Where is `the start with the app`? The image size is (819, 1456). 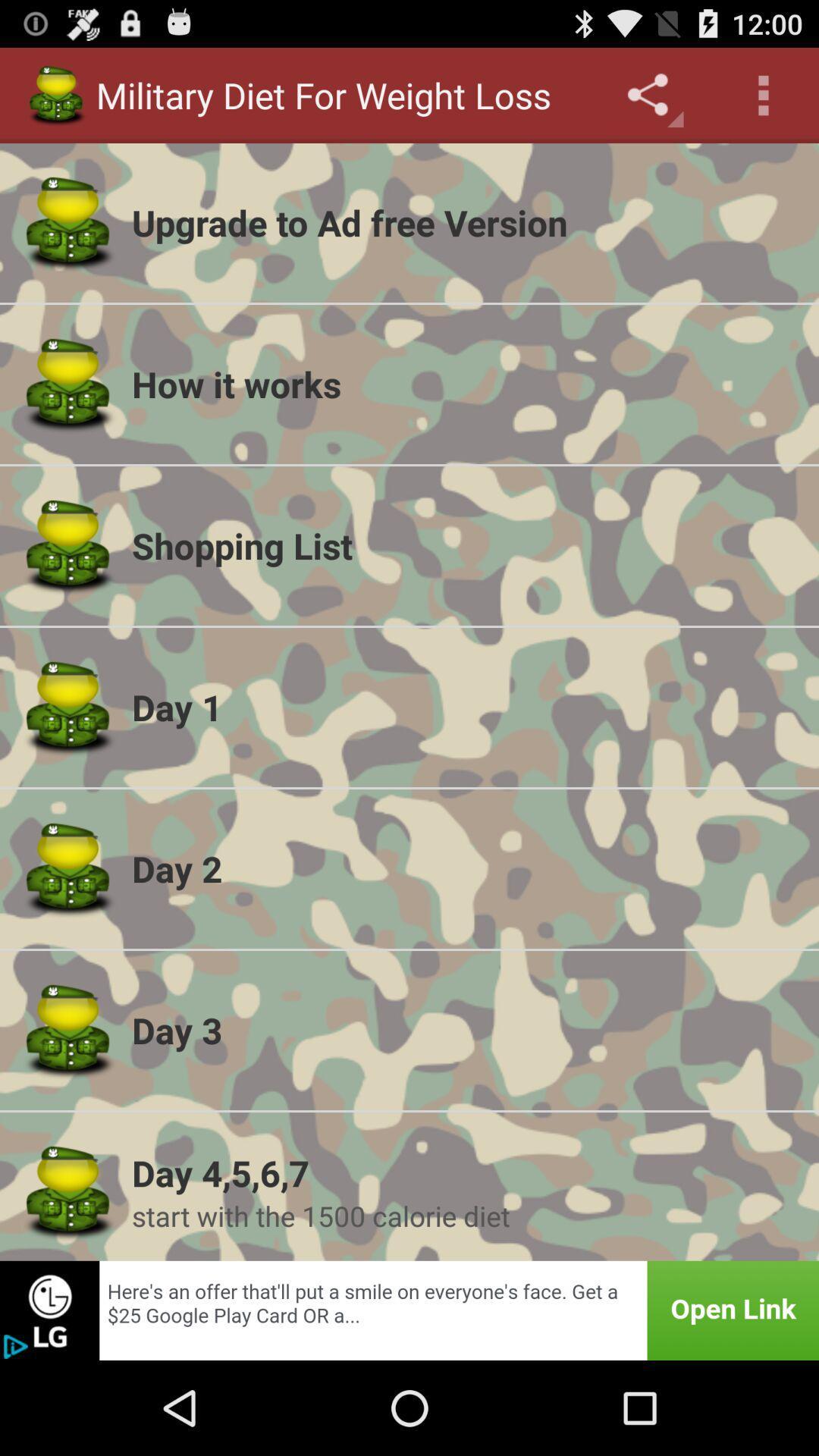 the start with the app is located at coordinates (465, 1216).